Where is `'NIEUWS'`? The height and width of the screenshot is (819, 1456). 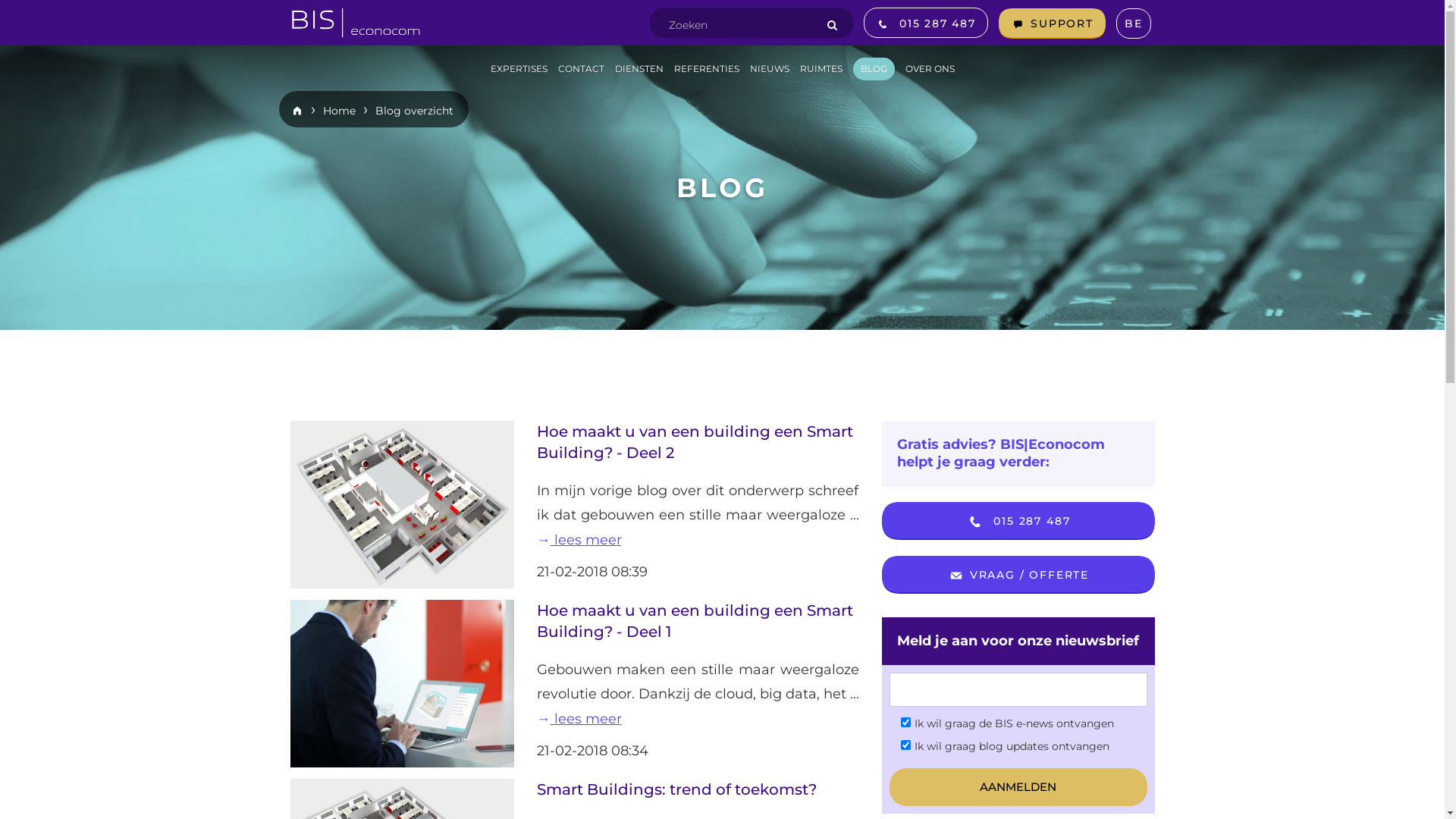
'NIEUWS' is located at coordinates (749, 69).